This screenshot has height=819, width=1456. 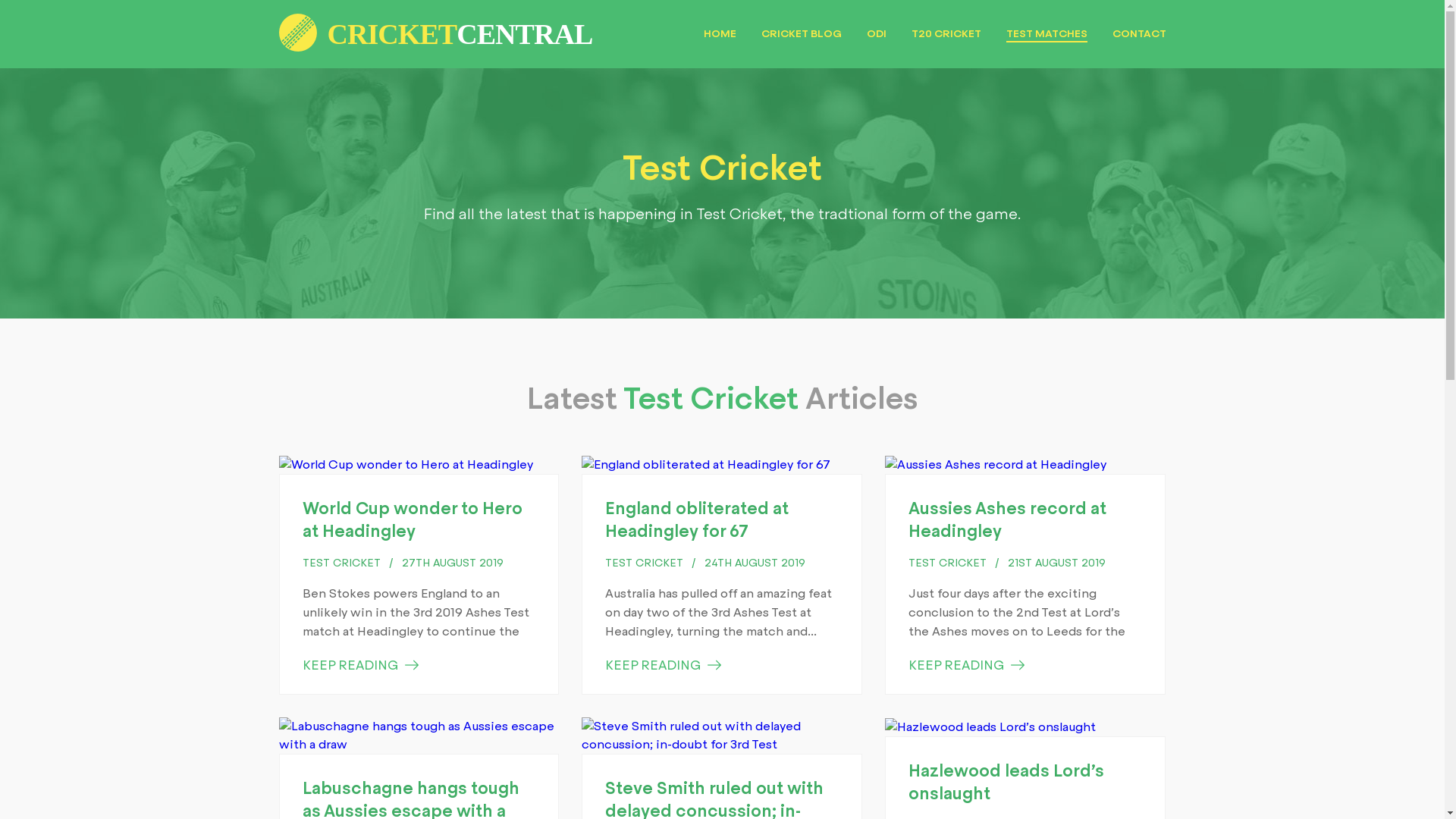 What do you see at coordinates (719, 33) in the screenshot?
I see `'HOME'` at bounding box center [719, 33].